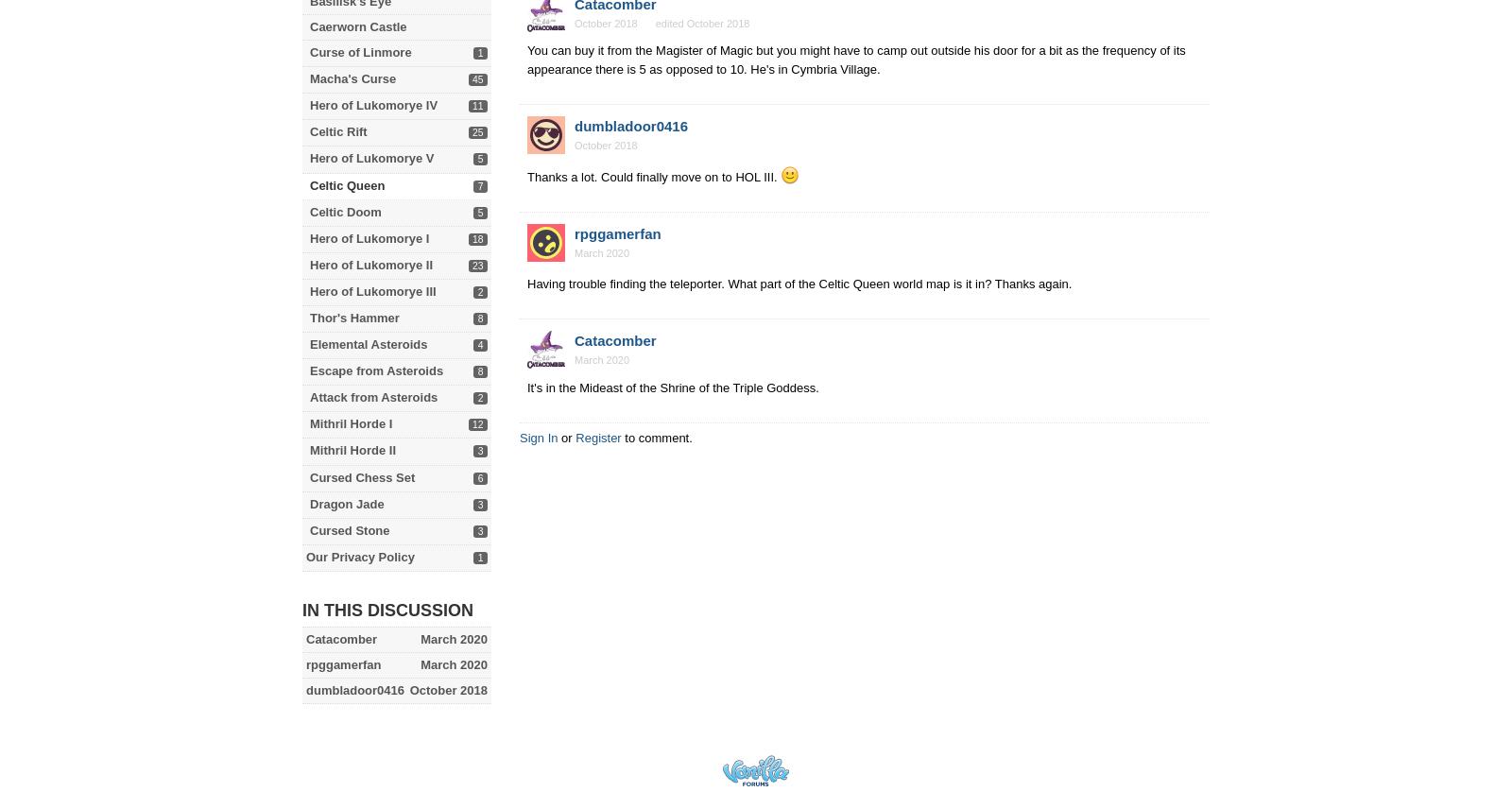 The image size is (1512, 792). What do you see at coordinates (354, 317) in the screenshot?
I see `'Thor's Hammer'` at bounding box center [354, 317].